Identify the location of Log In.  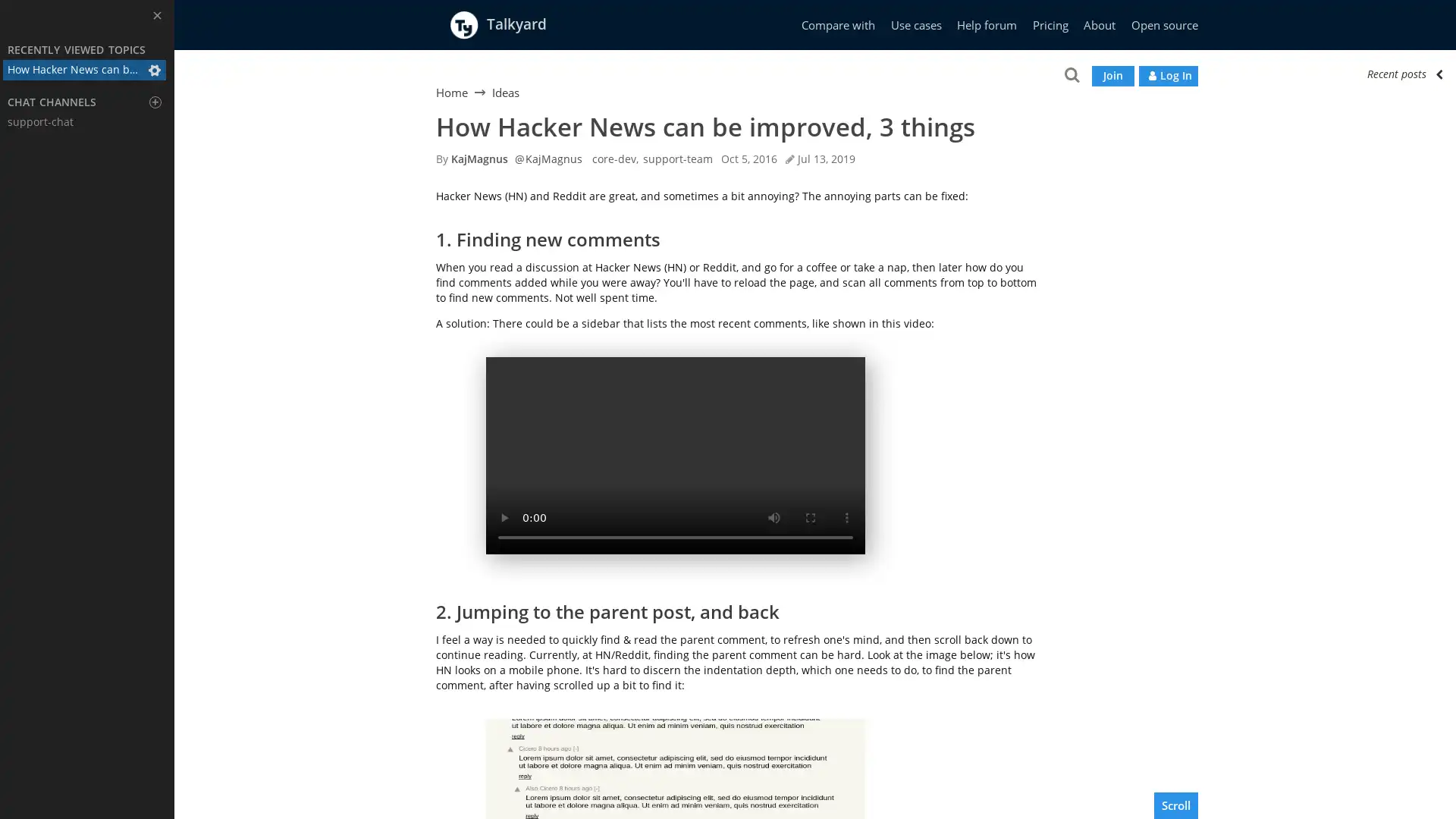
(1167, 75).